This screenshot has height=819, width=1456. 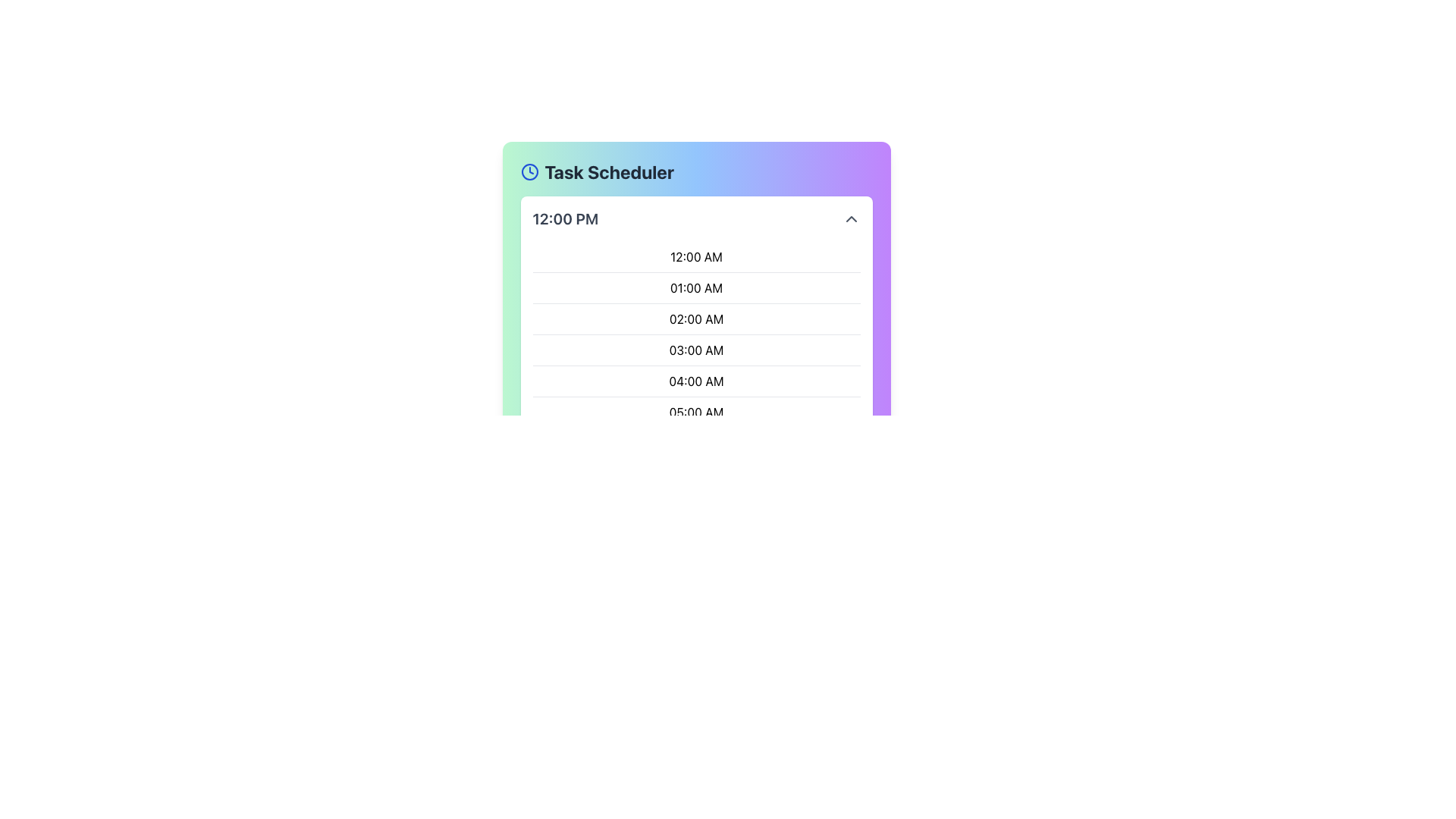 What do you see at coordinates (695, 350) in the screenshot?
I see `to select the fourth time slot in the dropdown menu, which is centrally located horizontally and positioned towards the upper-middle vertically` at bounding box center [695, 350].